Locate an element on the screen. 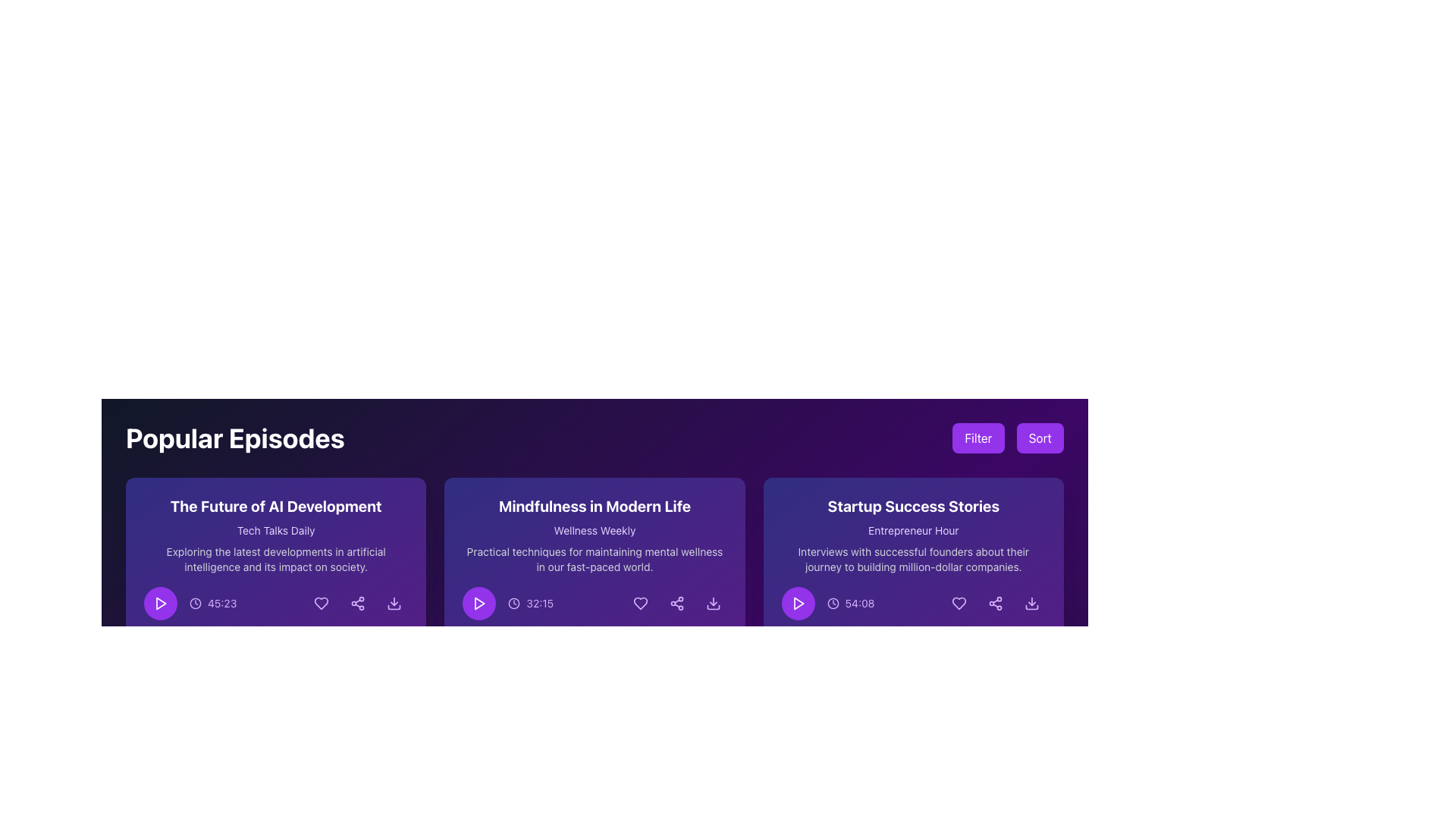 The width and height of the screenshot is (1456, 819). the 'Share' button located at the bottom-right corner of the 'Startup Success Stories' podcast episode card is located at coordinates (996, 602).